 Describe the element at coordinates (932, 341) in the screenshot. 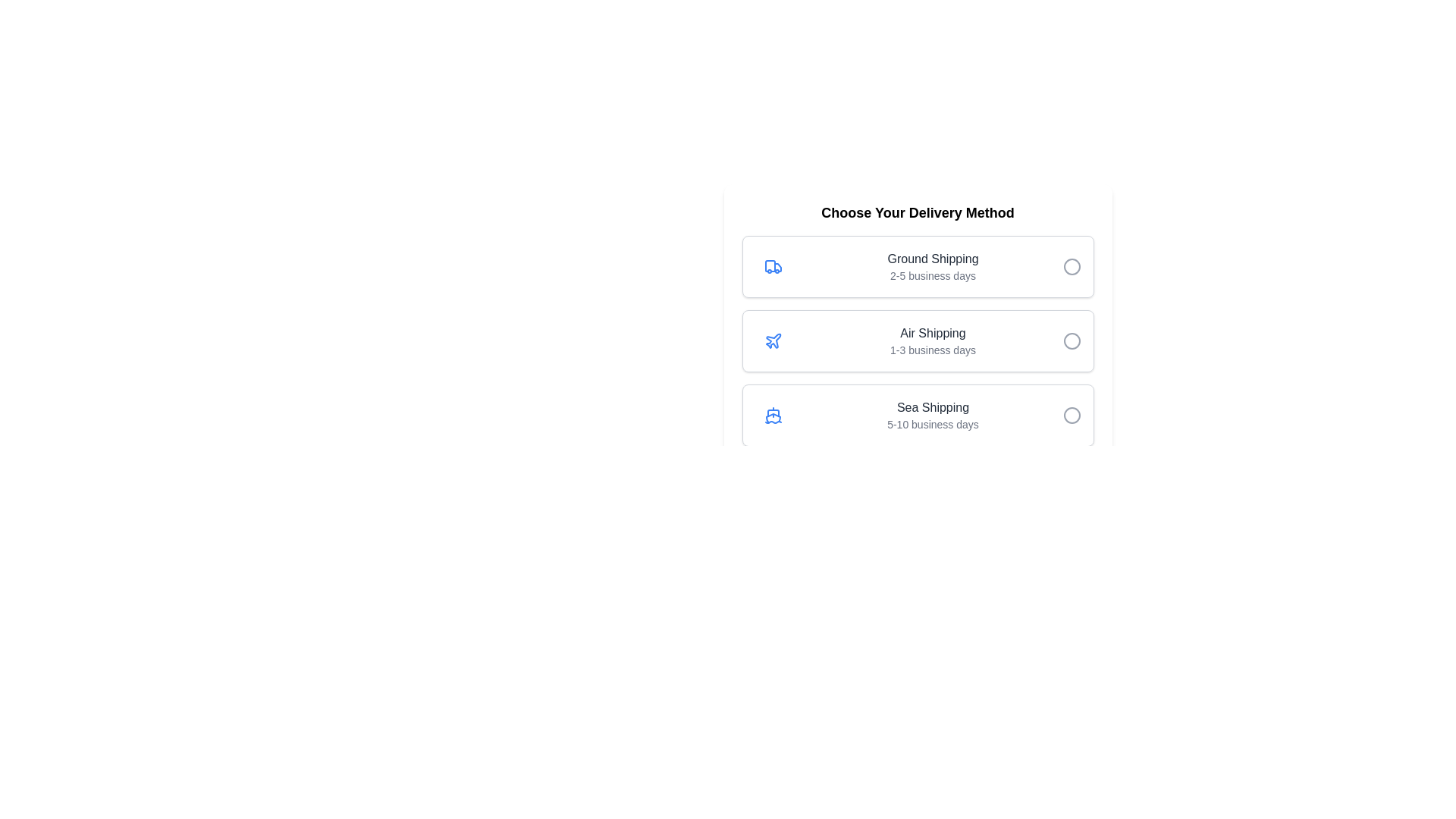

I see `the 'Air Shipping' text label within the second selectable card in the delivery options list` at that location.